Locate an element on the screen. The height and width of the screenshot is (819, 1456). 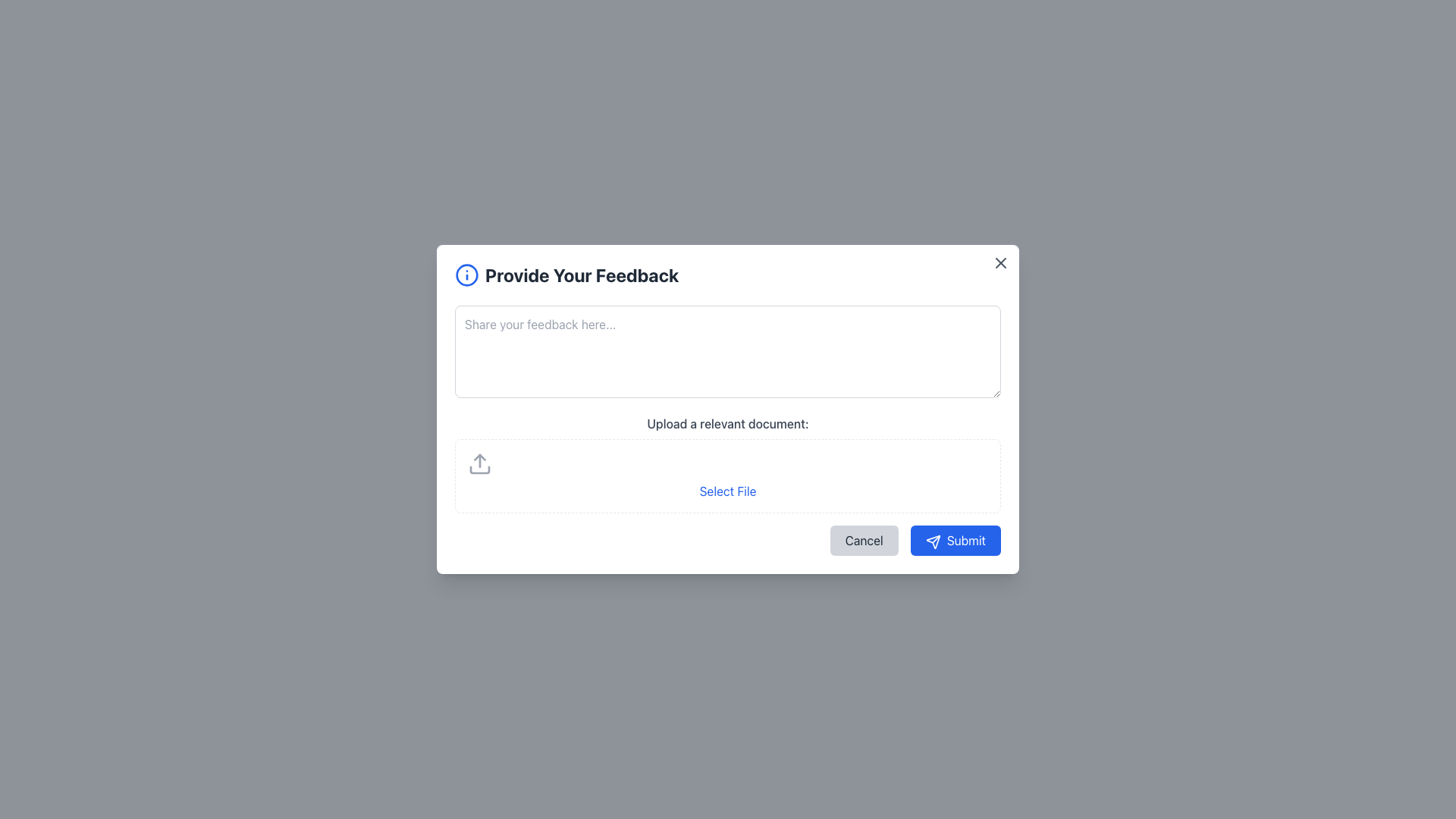
the 'Select File' button with a dashed border and rounded corners in the modal titled 'Provide Your Feedback' is located at coordinates (728, 475).